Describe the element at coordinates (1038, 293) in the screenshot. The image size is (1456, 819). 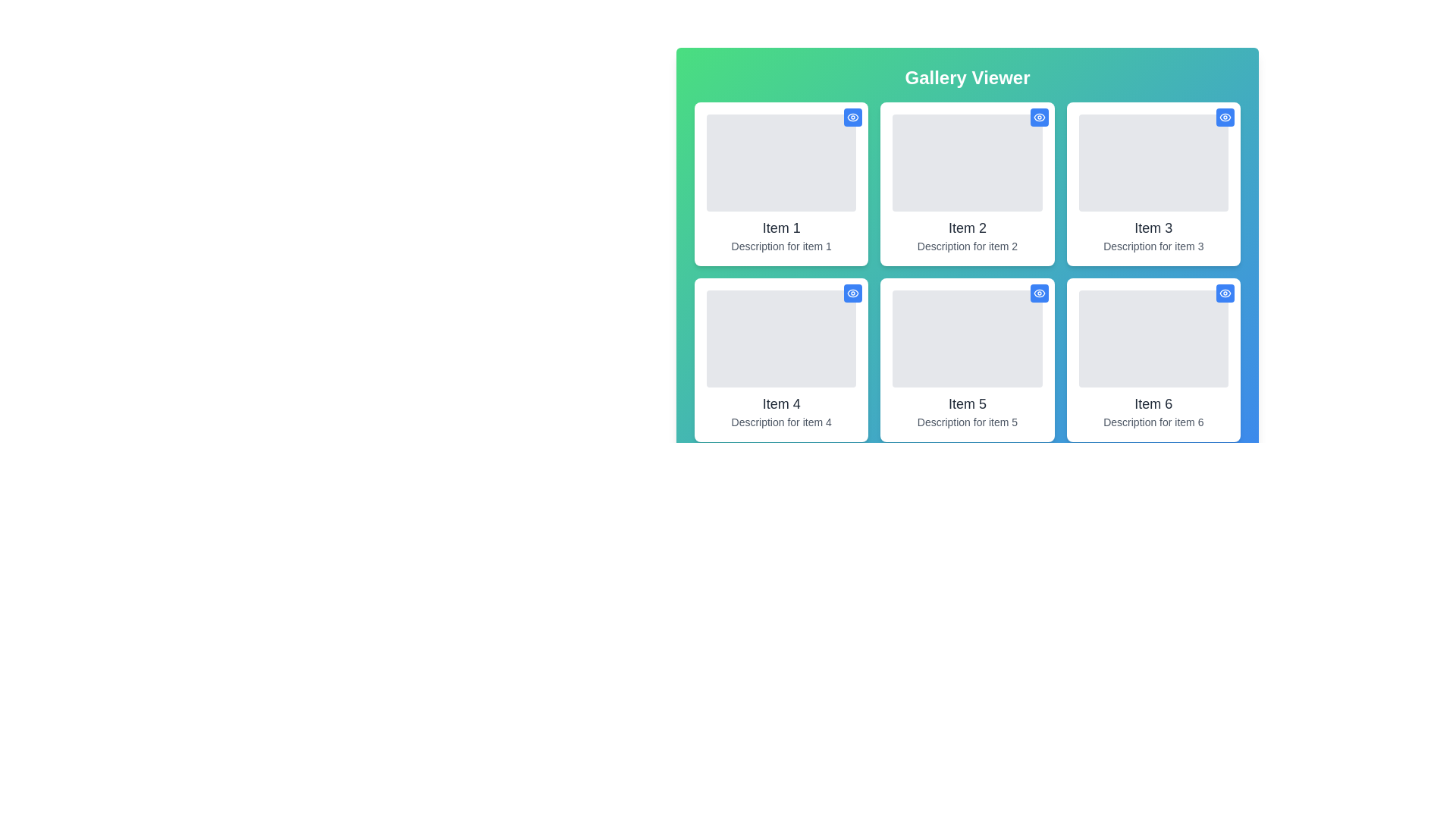
I see `the small rounded blue button with a white eye icon in the top-right corner of the card for 'Item 5'` at that location.